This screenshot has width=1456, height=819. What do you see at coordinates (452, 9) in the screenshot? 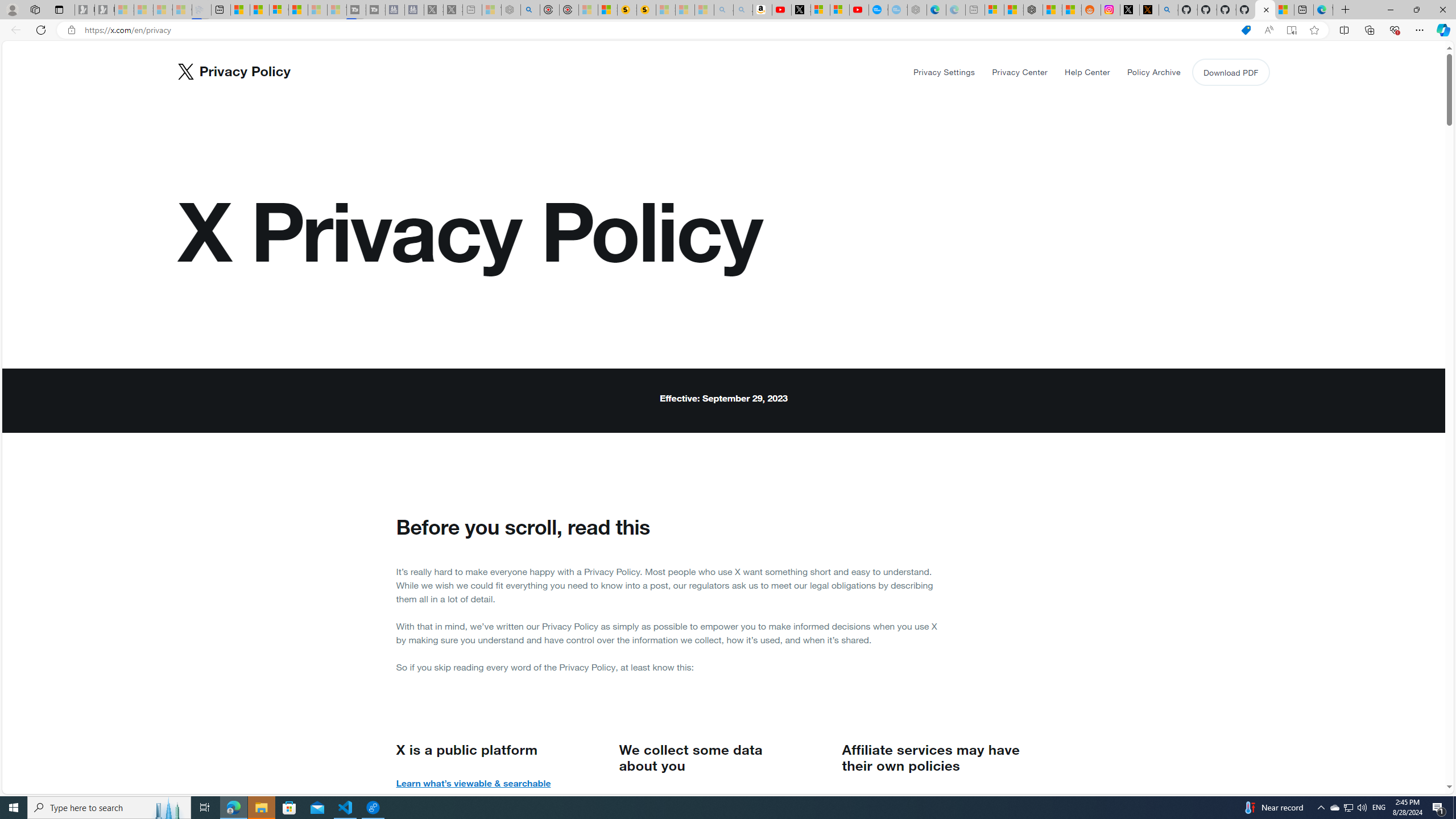
I see `'X - Sleeping'` at bounding box center [452, 9].